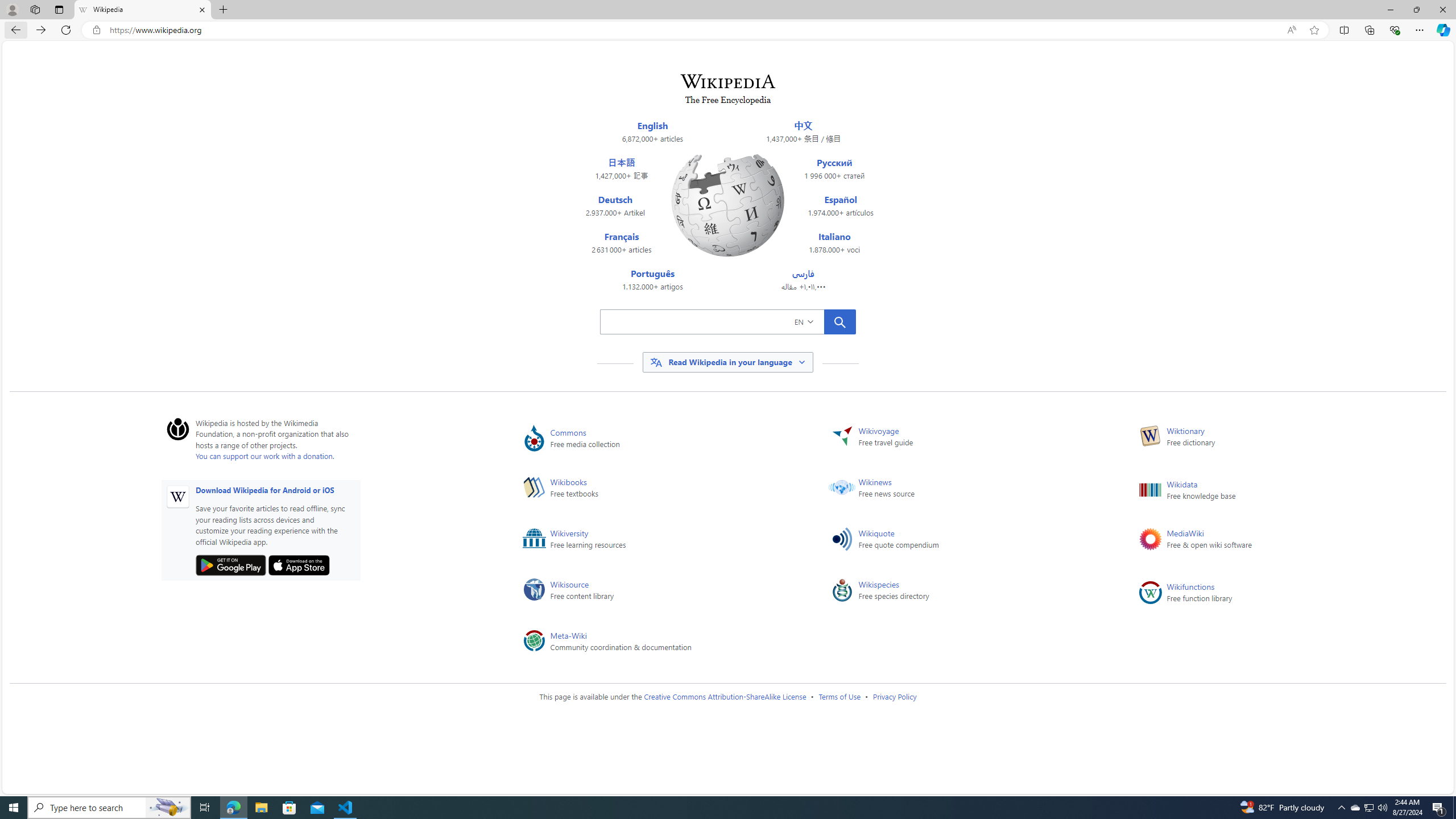 The image size is (1456, 819). What do you see at coordinates (1275, 438) in the screenshot?
I see `'Wiktionary Free dictionary'` at bounding box center [1275, 438].